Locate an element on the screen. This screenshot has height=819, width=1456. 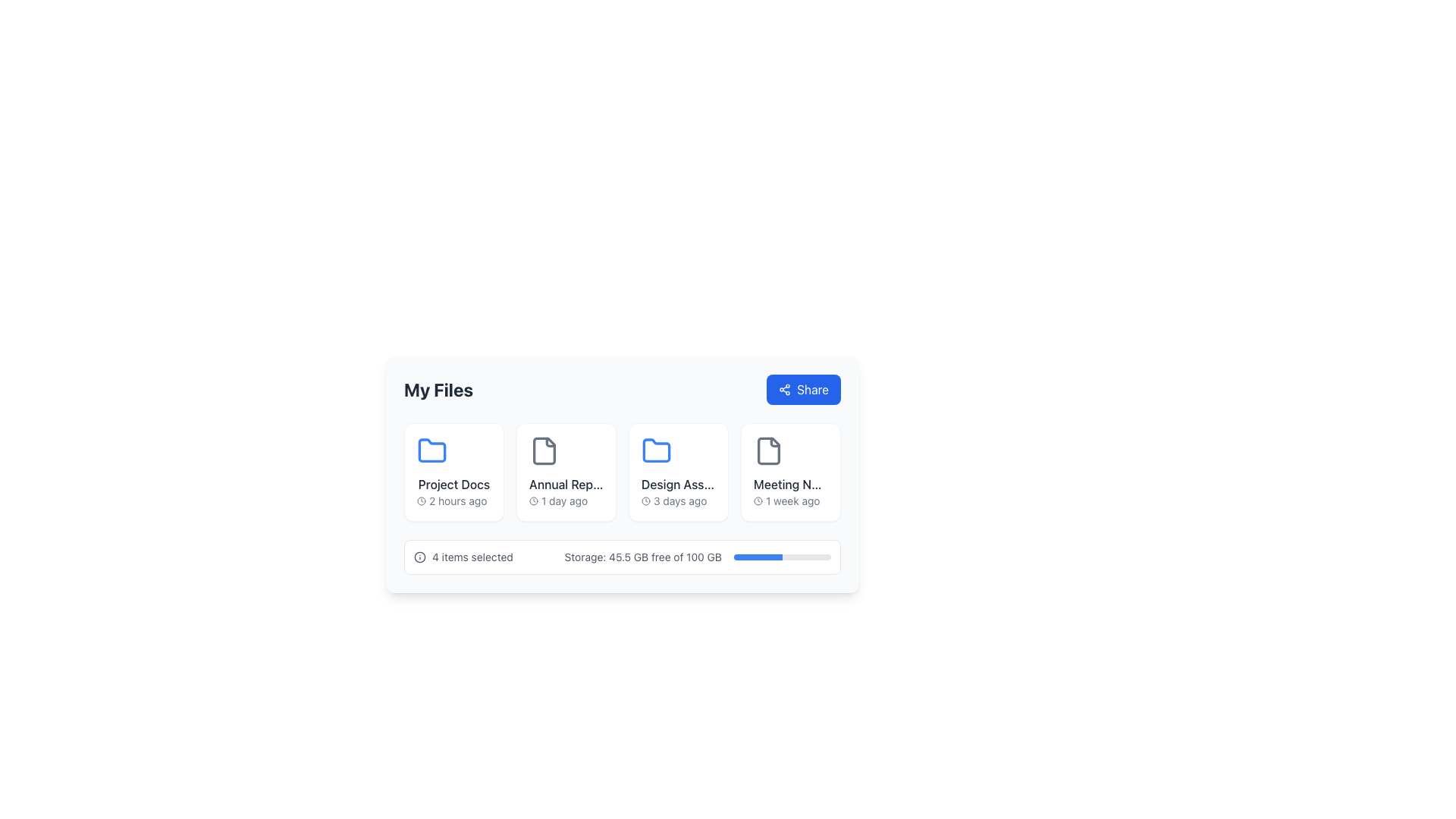
the Static Text element that serves as a header or title for the section indicating the current content grouping related to the user's files is located at coordinates (438, 388).